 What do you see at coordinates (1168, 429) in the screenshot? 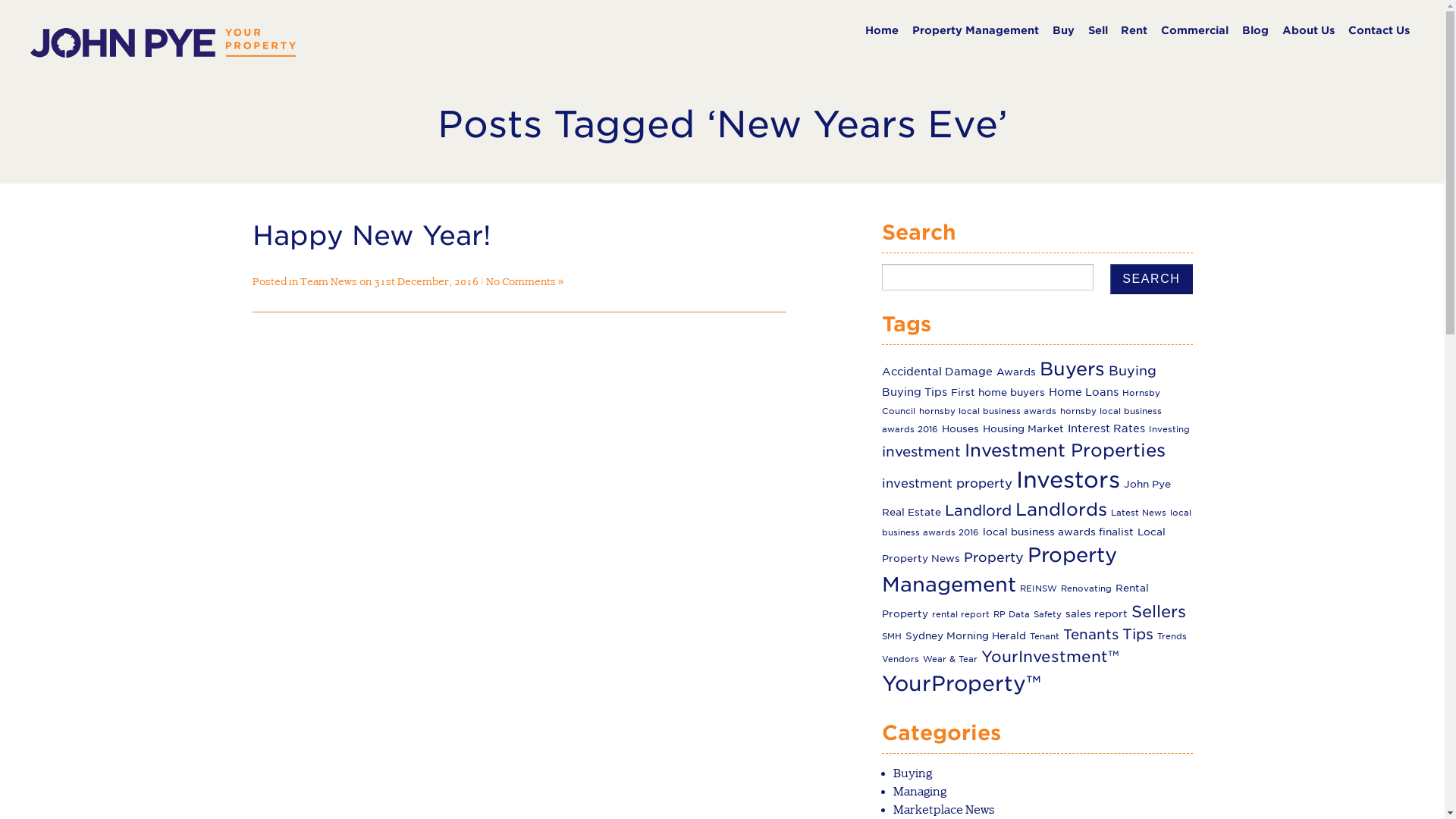
I see `'Investing'` at bounding box center [1168, 429].